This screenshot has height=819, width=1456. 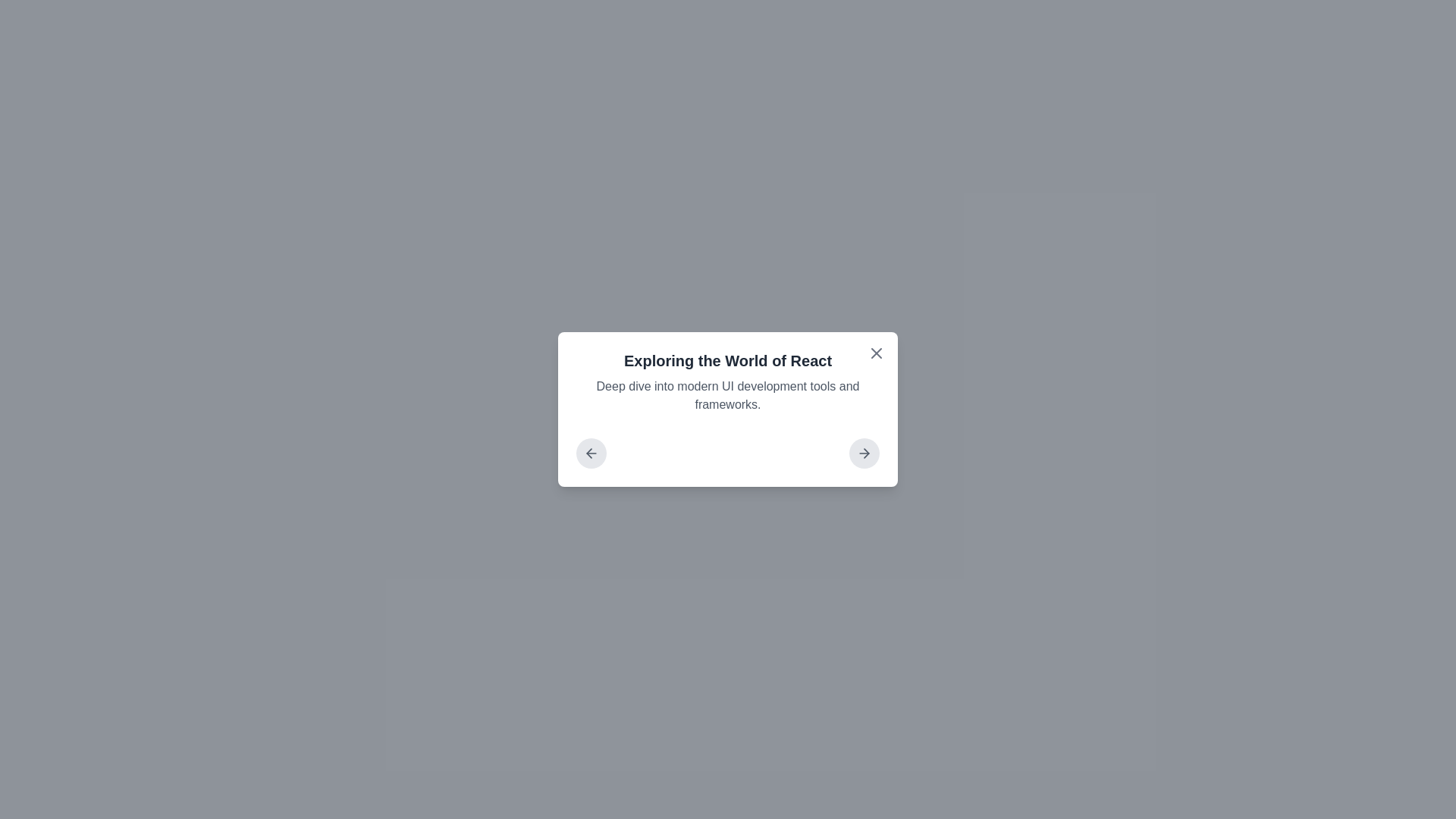 I want to click on the descriptive subtitle text located in the modal interface, directly below the heading 'Exploring the World of React', so click(x=728, y=394).